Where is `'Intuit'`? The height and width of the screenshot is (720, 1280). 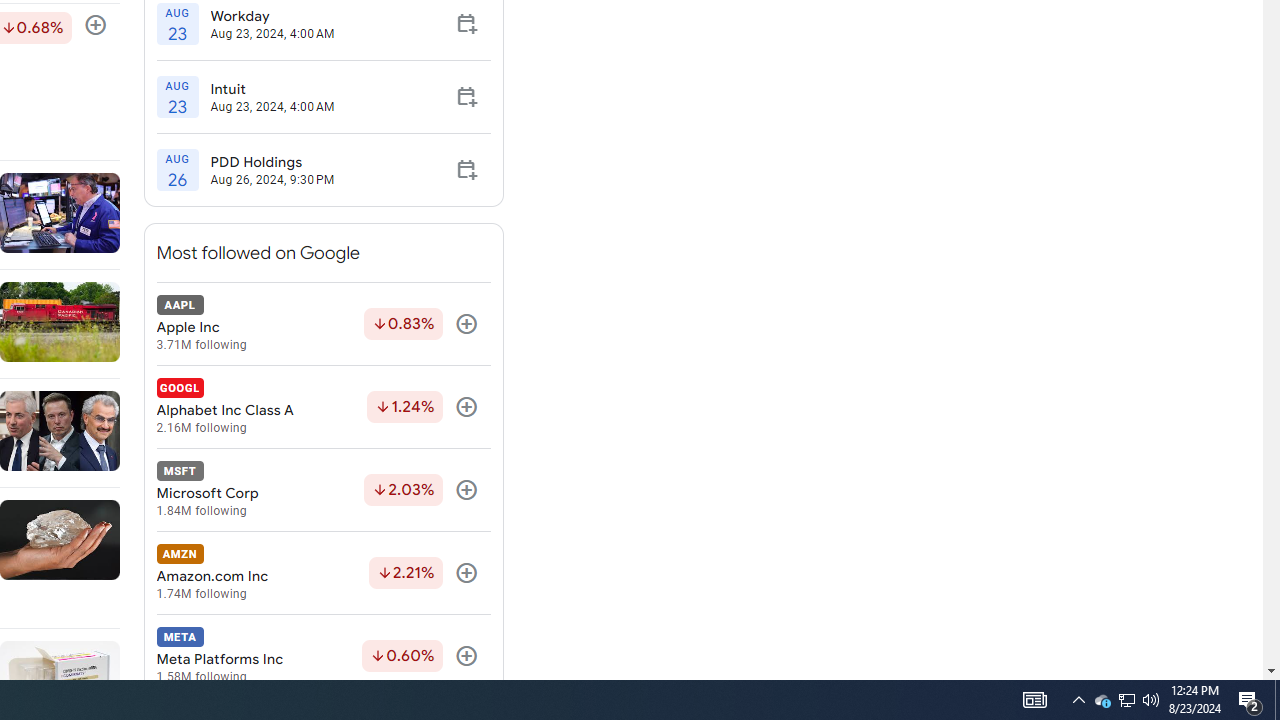 'Intuit' is located at coordinates (271, 88).